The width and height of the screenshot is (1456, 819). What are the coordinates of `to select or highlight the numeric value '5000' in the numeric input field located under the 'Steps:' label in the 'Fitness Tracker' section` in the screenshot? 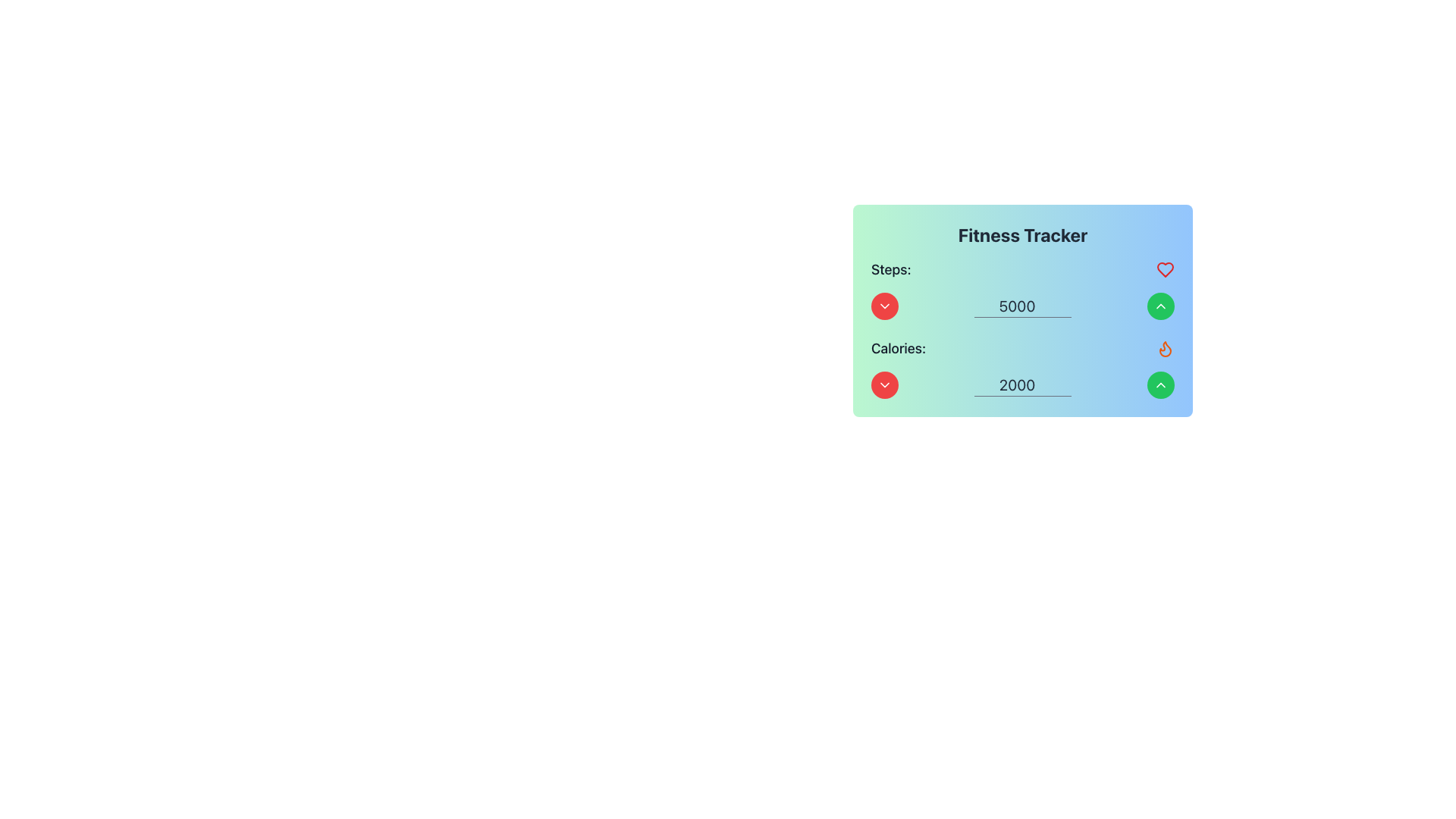 It's located at (1022, 306).